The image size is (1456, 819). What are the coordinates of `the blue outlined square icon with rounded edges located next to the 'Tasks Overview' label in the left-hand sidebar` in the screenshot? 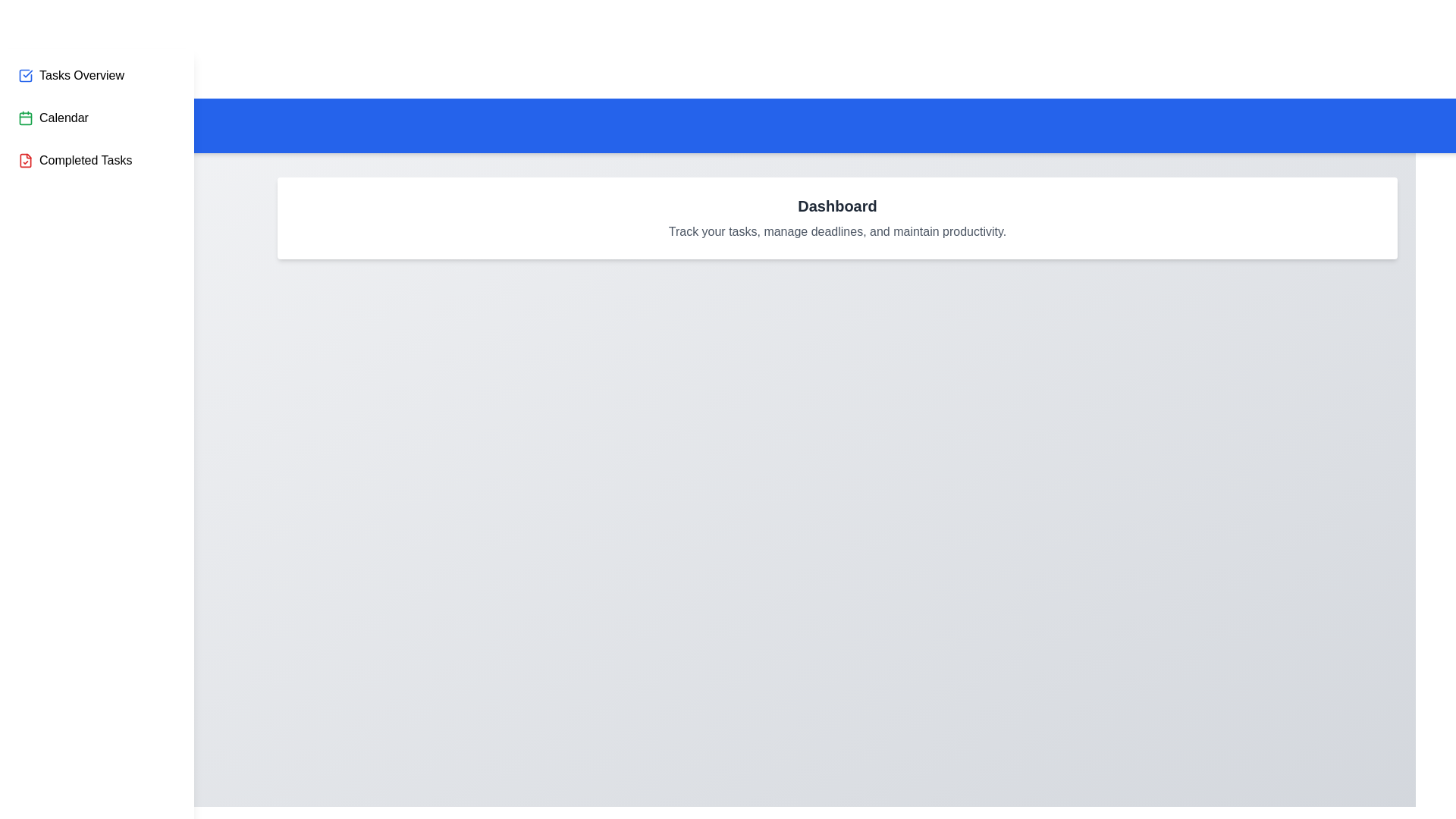 It's located at (25, 76).